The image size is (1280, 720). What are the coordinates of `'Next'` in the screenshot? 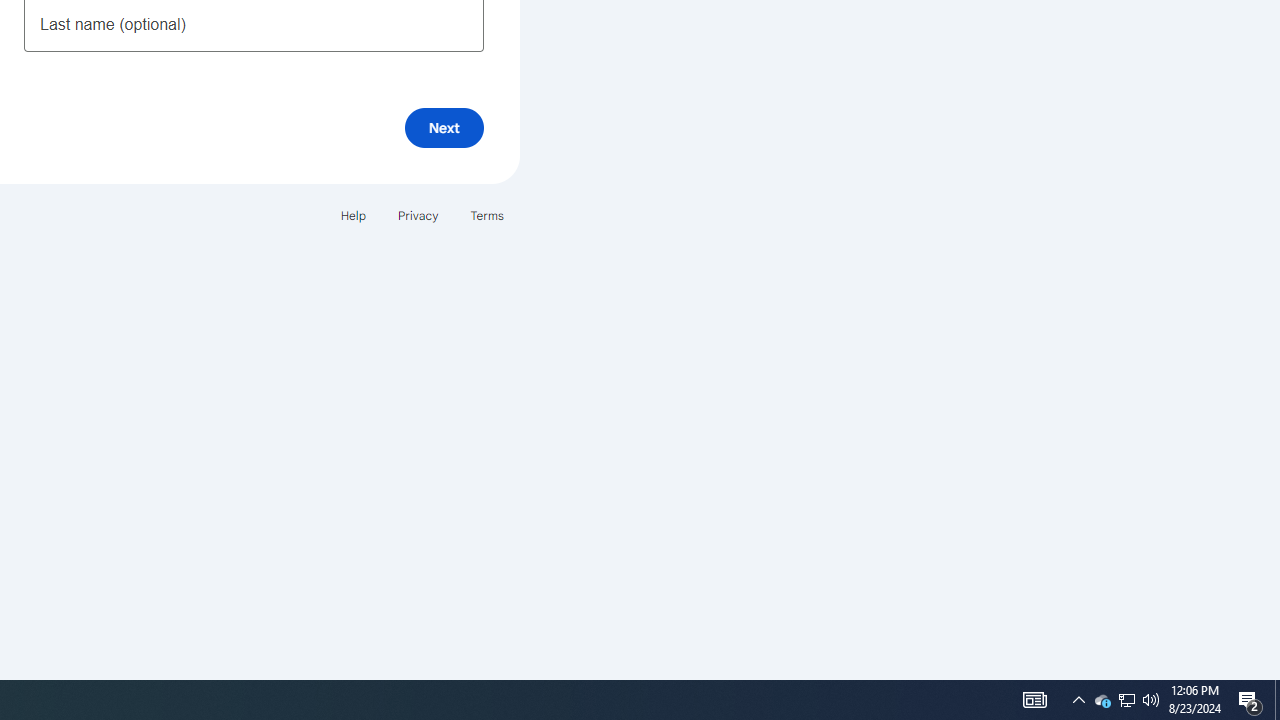 It's located at (443, 127).